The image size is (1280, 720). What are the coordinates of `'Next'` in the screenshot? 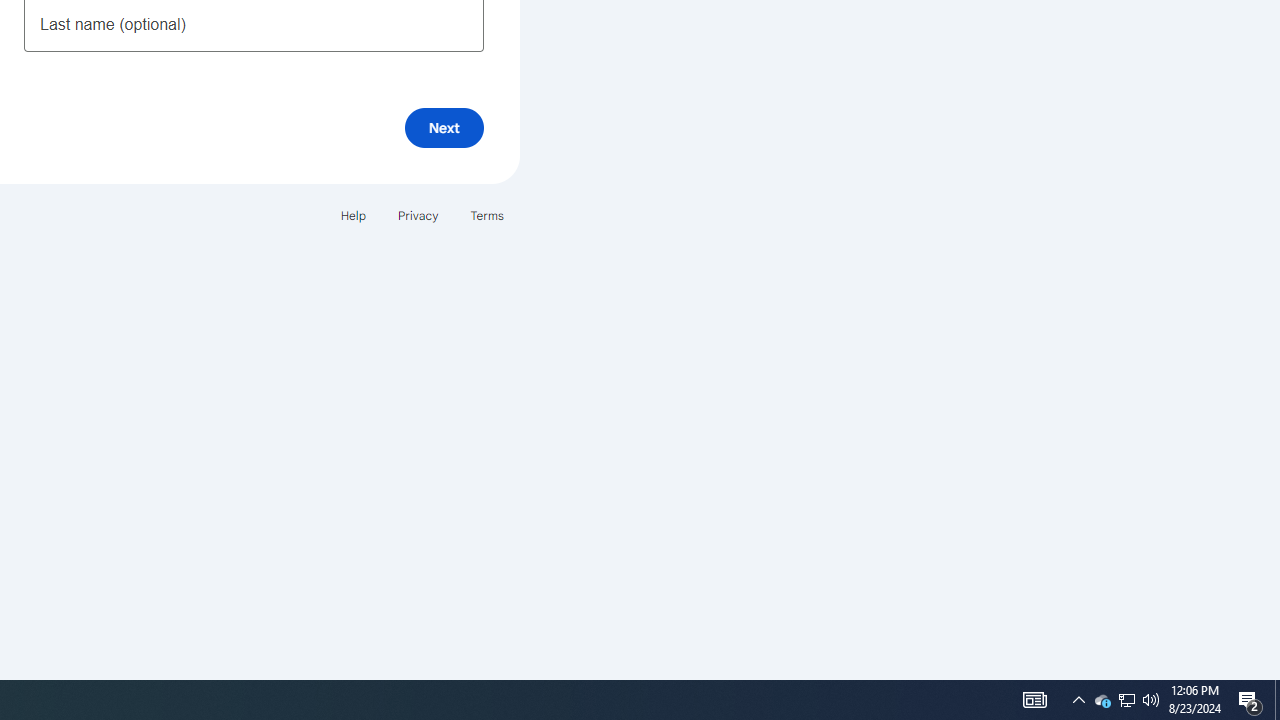 It's located at (443, 127).